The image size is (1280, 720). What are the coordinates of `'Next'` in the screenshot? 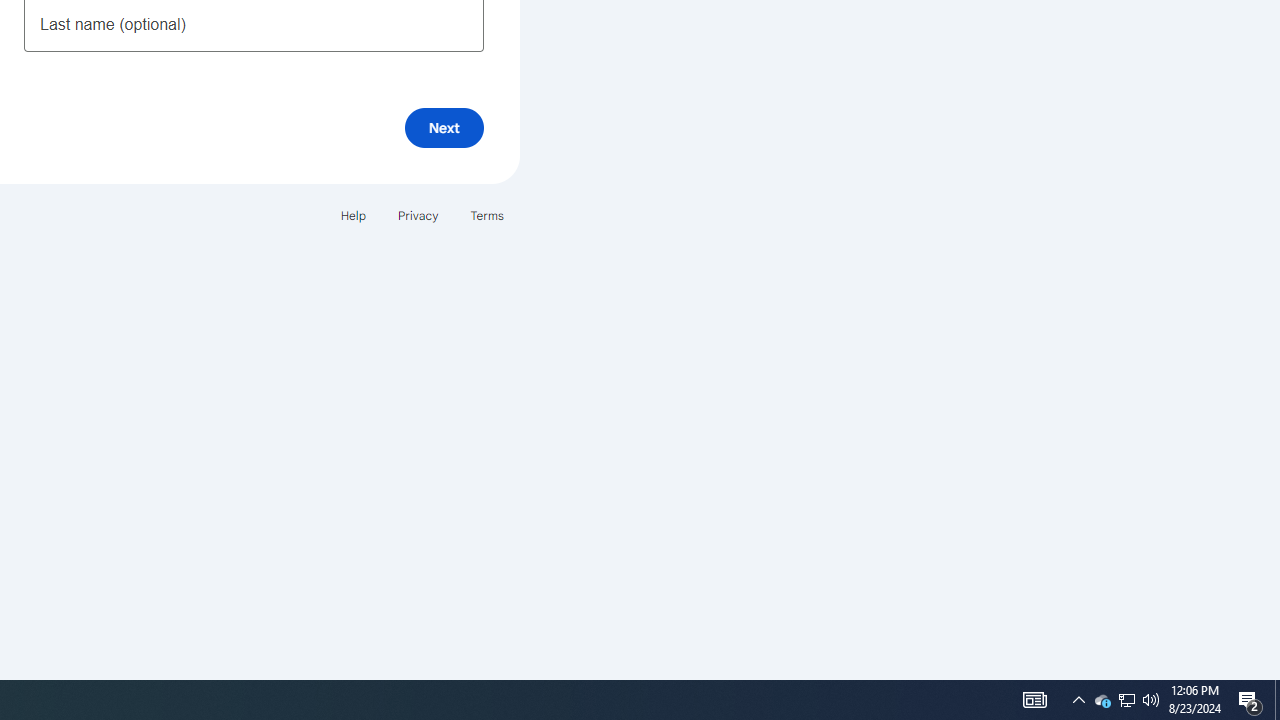 It's located at (443, 127).